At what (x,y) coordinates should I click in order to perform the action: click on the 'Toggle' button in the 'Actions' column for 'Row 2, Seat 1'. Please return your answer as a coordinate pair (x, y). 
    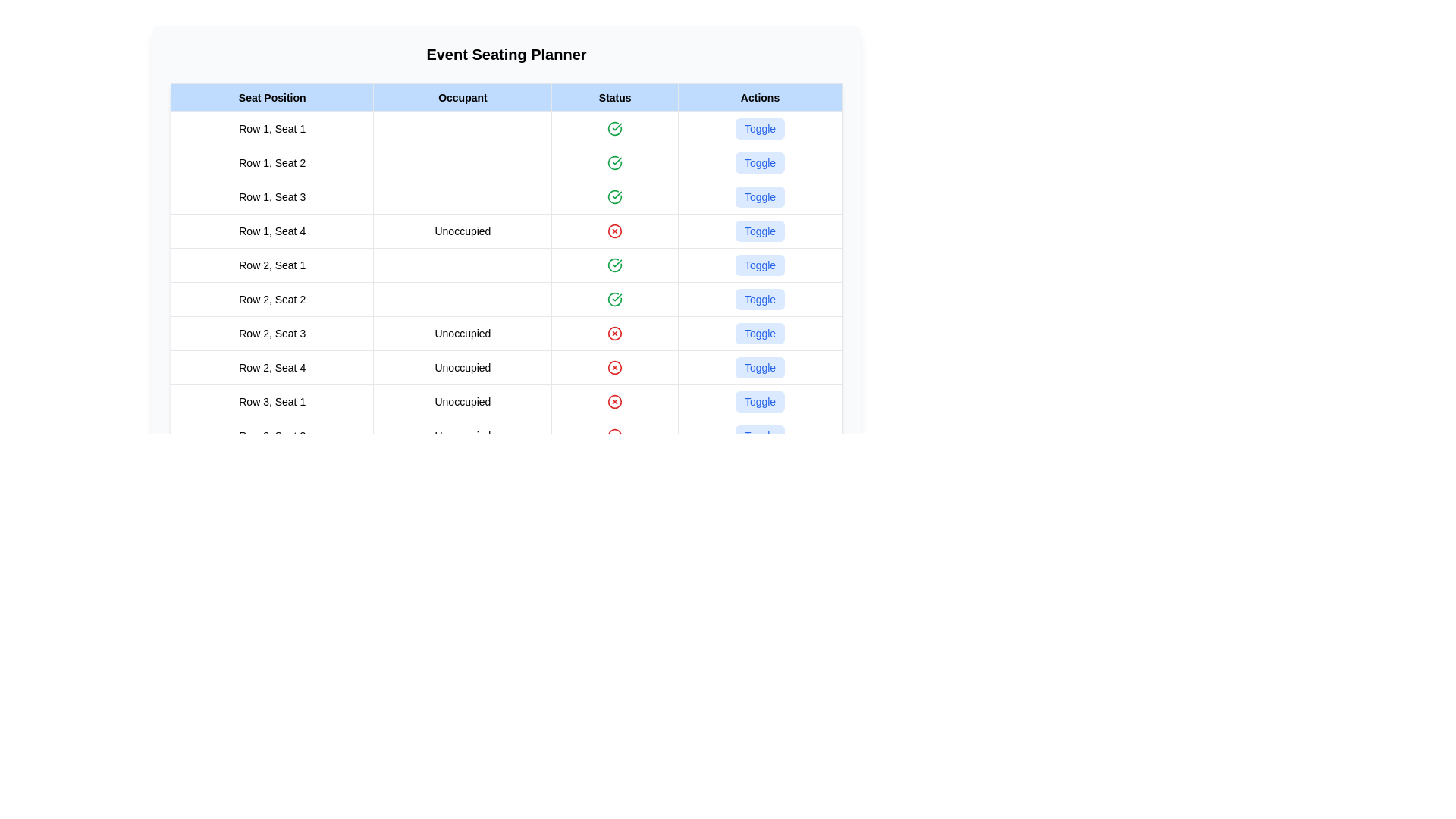
    Looking at the image, I should click on (760, 265).